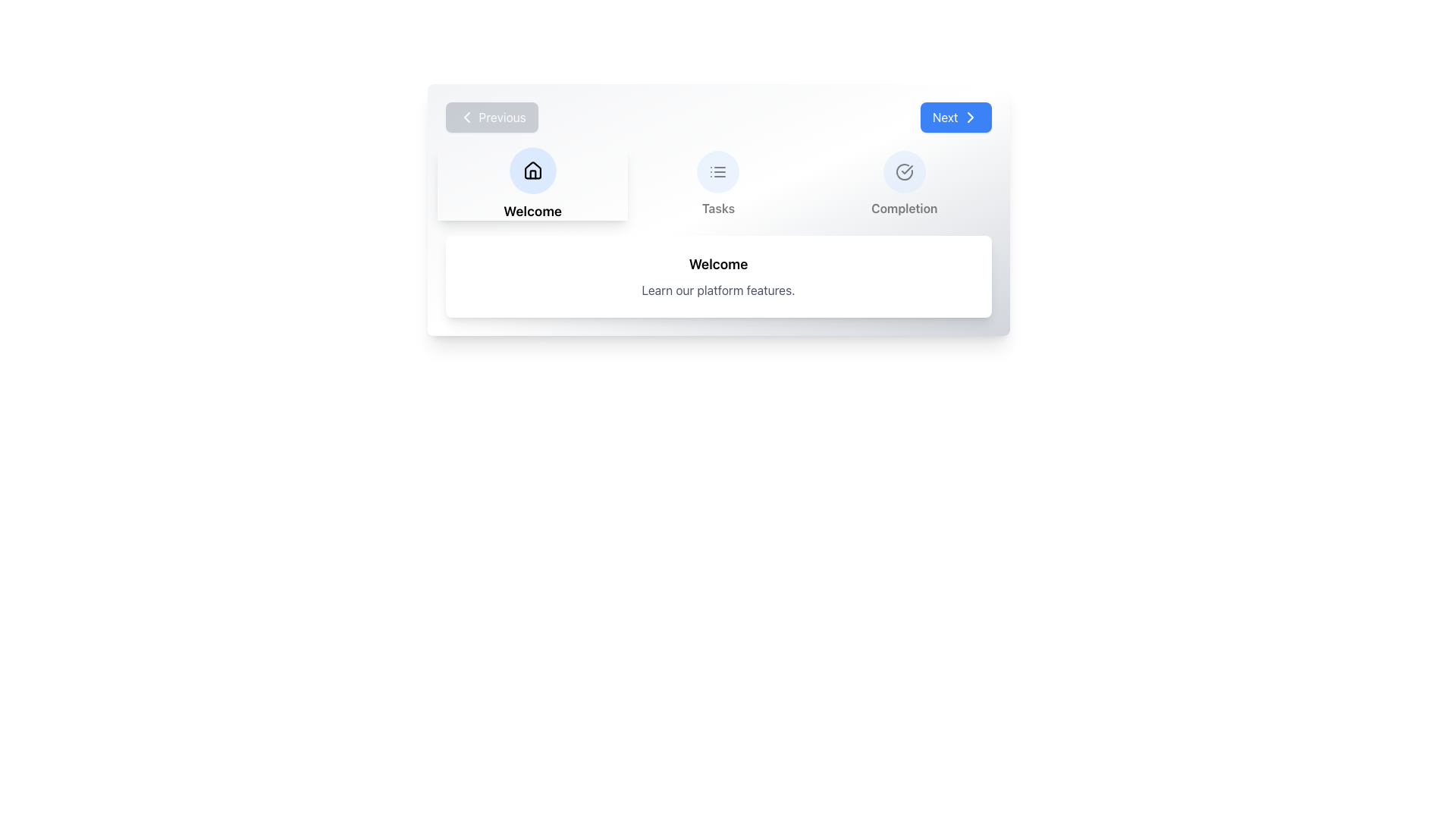  Describe the element at coordinates (466, 116) in the screenshot. I see `the Navigation Icon, which is a leftward chevron outlined in black, located within the 'Previous' button in the top-left section of the interface` at that location.